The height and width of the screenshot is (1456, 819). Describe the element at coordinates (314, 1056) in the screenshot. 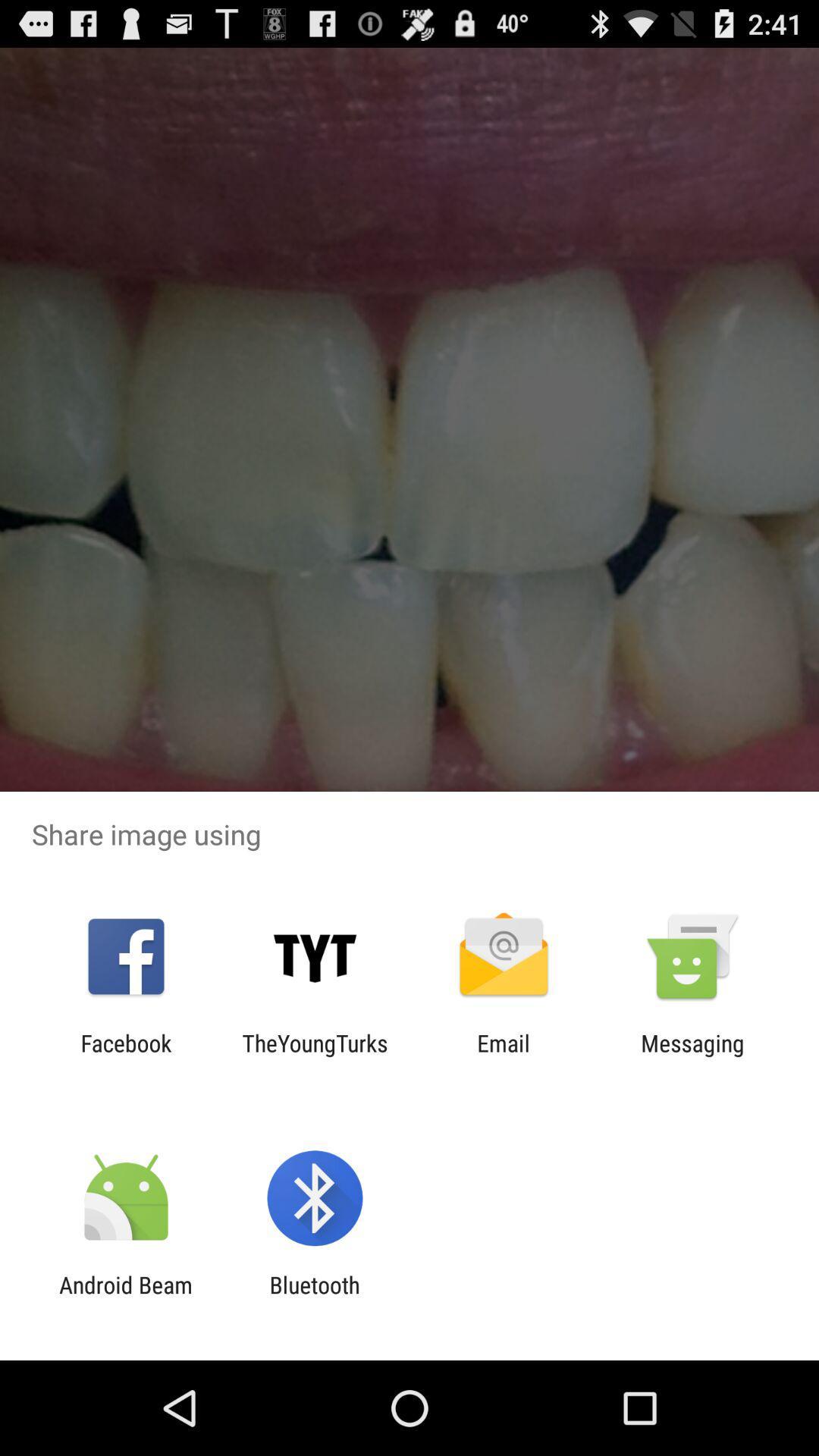

I see `the theyoungturks item` at that location.